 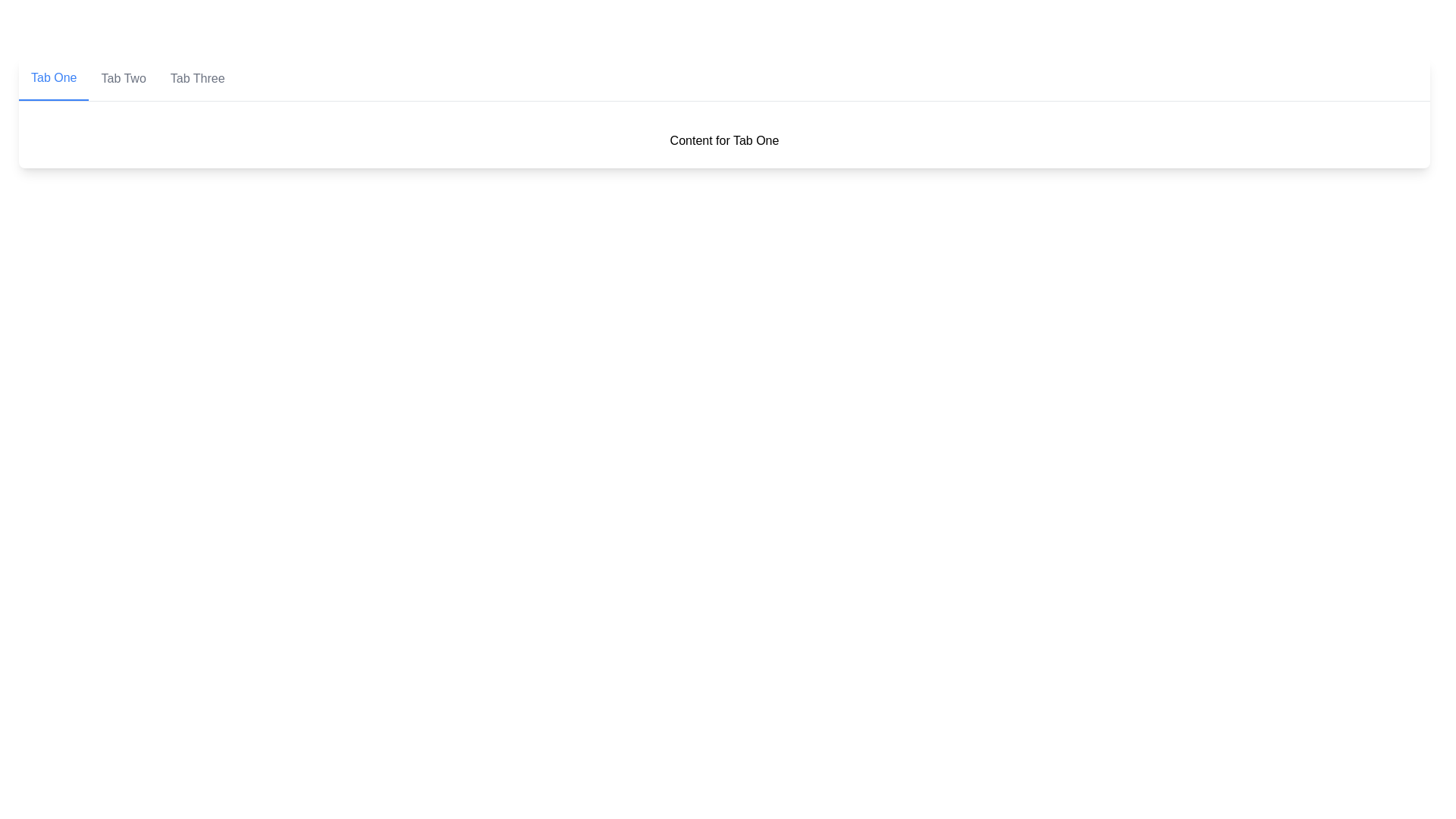 What do you see at coordinates (124, 79) in the screenshot?
I see `the tab Tab Two` at bounding box center [124, 79].